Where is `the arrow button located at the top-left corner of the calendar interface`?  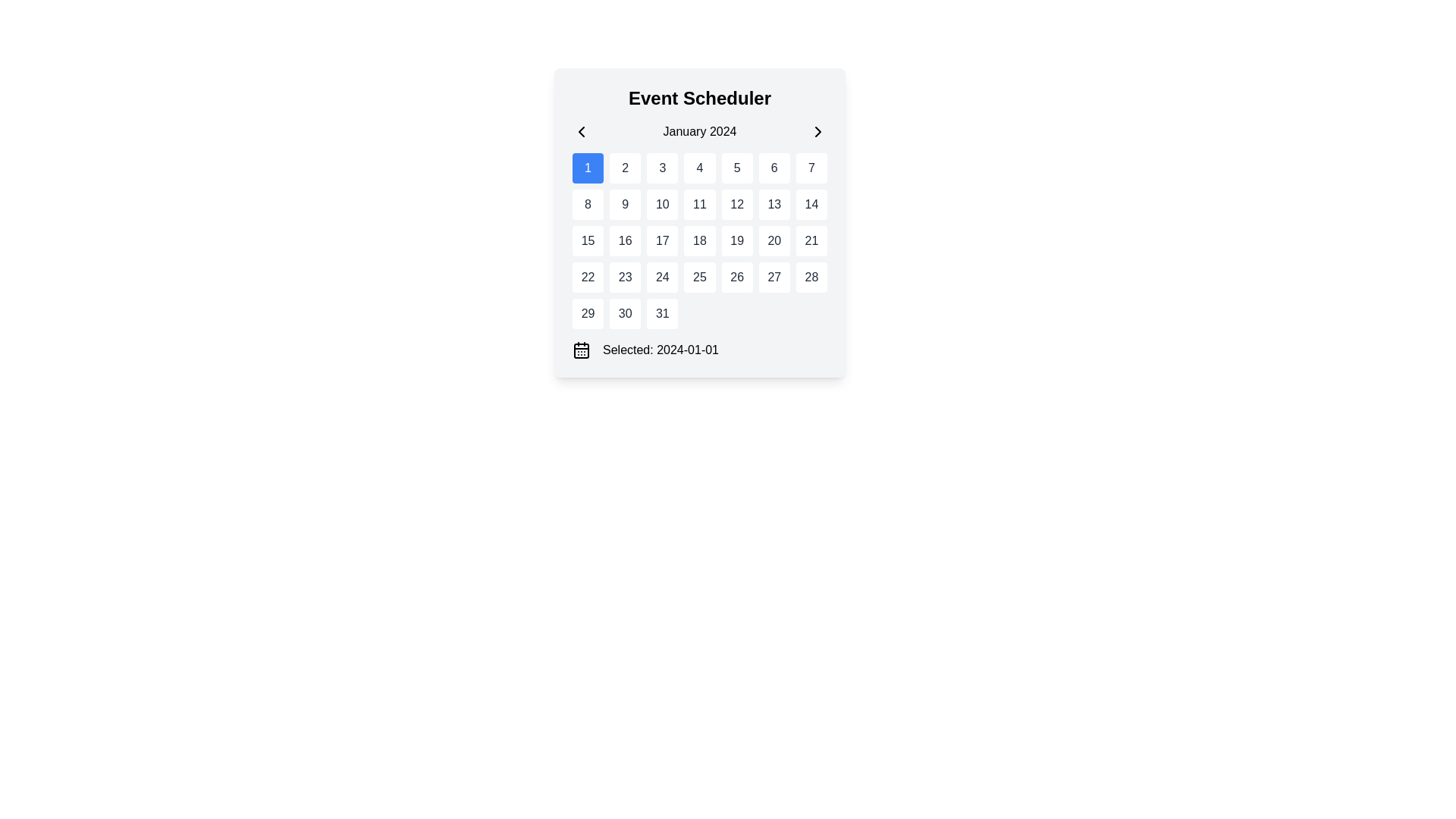
the arrow button located at the top-left corner of the calendar interface is located at coordinates (581, 130).